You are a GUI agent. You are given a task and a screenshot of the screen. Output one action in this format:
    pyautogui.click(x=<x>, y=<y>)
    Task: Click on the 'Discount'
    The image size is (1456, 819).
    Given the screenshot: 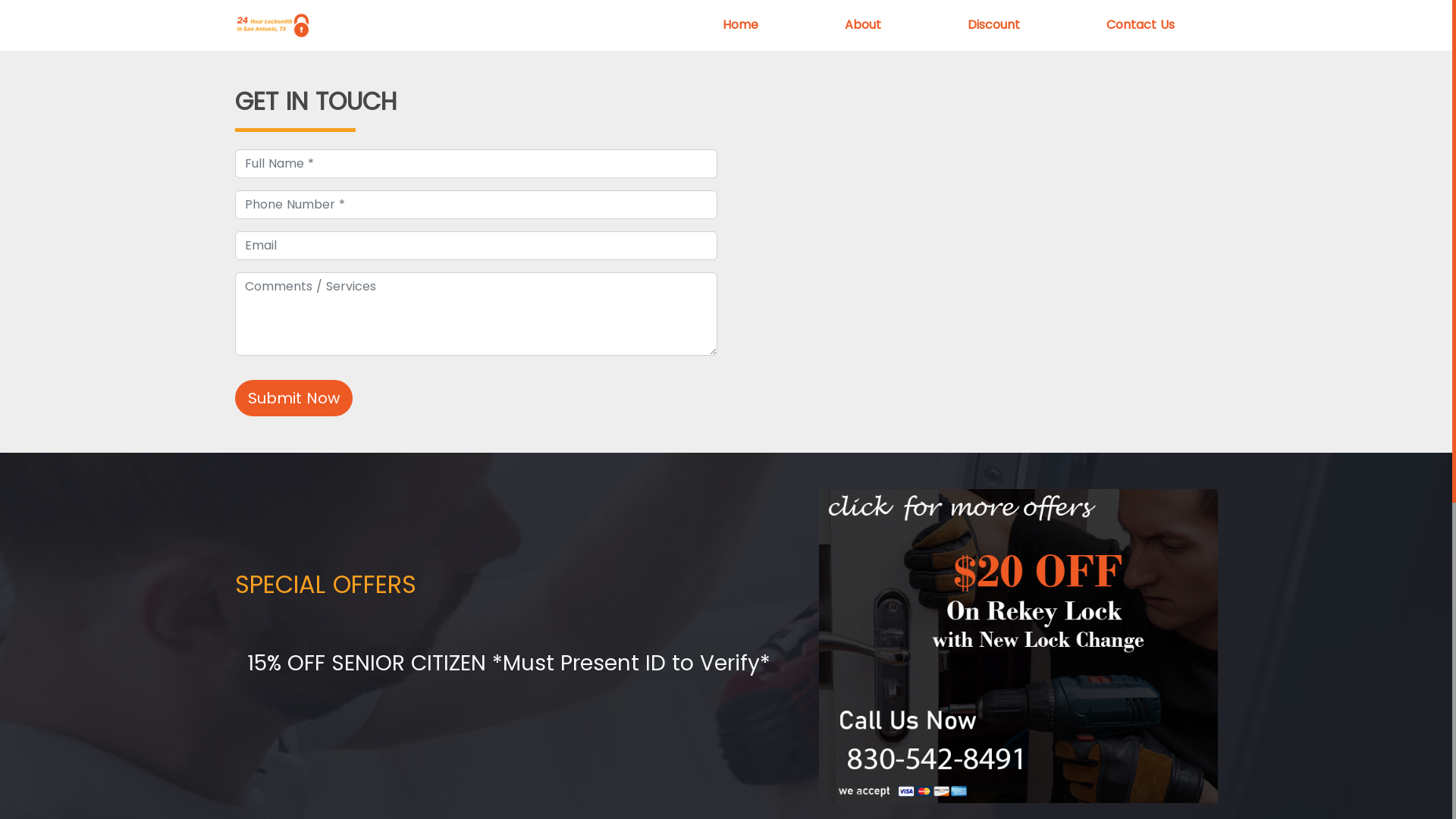 What is the action you would take?
    pyautogui.click(x=993, y=25)
    